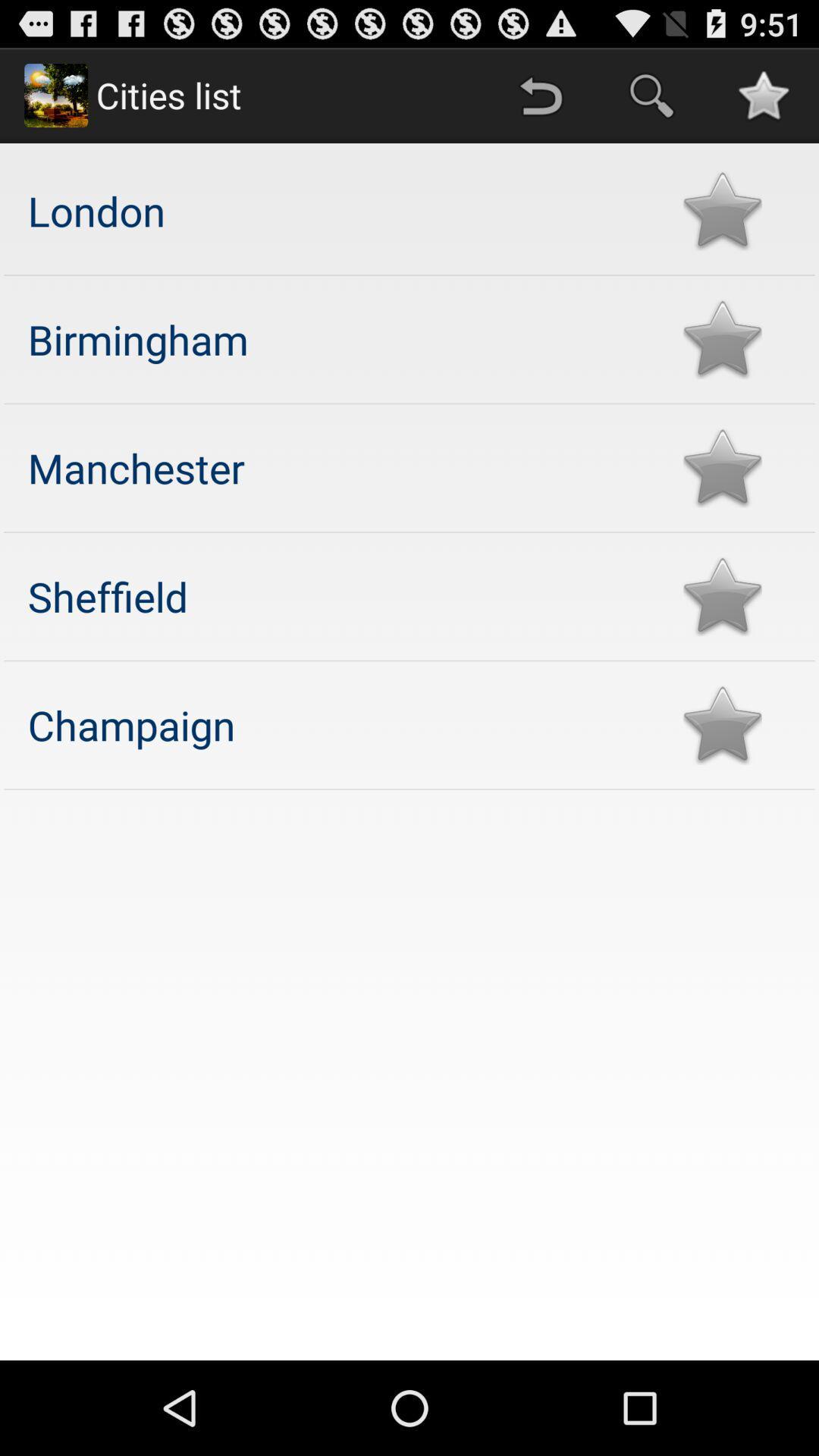 Image resolution: width=819 pixels, height=1456 pixels. Describe the element at coordinates (721, 595) in the screenshot. I see `star button` at that location.